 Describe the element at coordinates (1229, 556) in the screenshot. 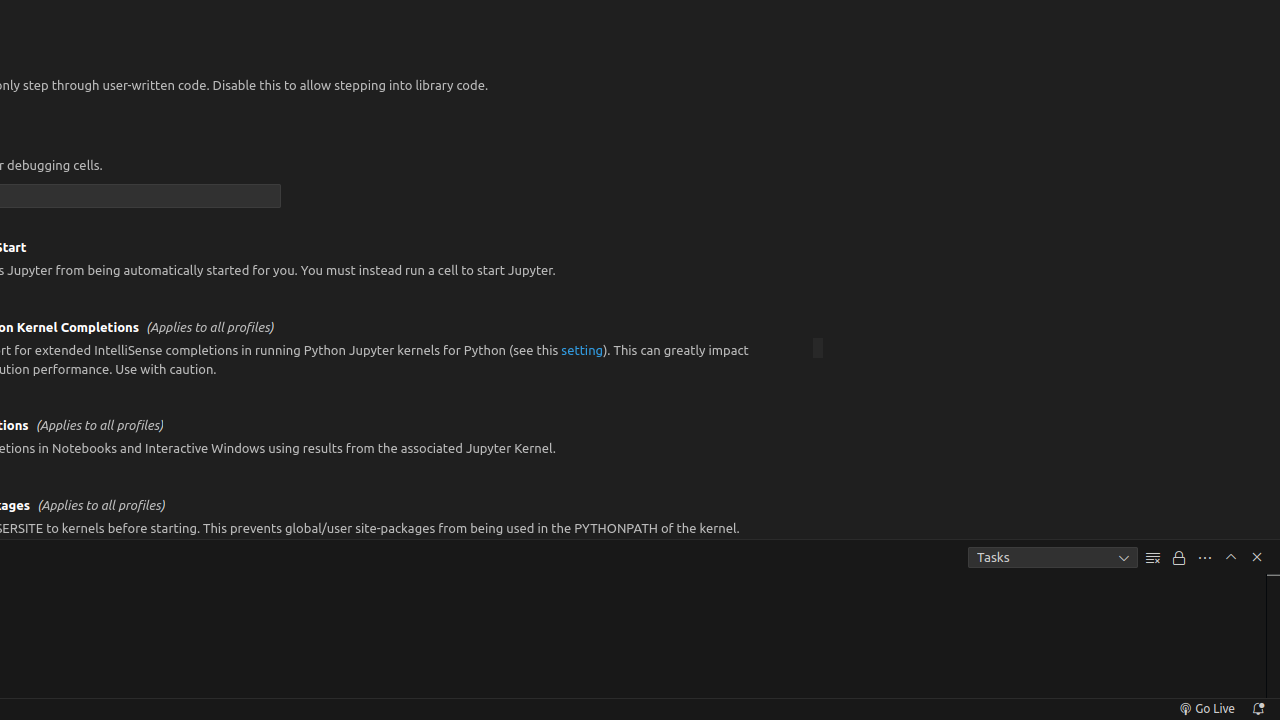

I see `'Maximize Panel Size'` at that location.